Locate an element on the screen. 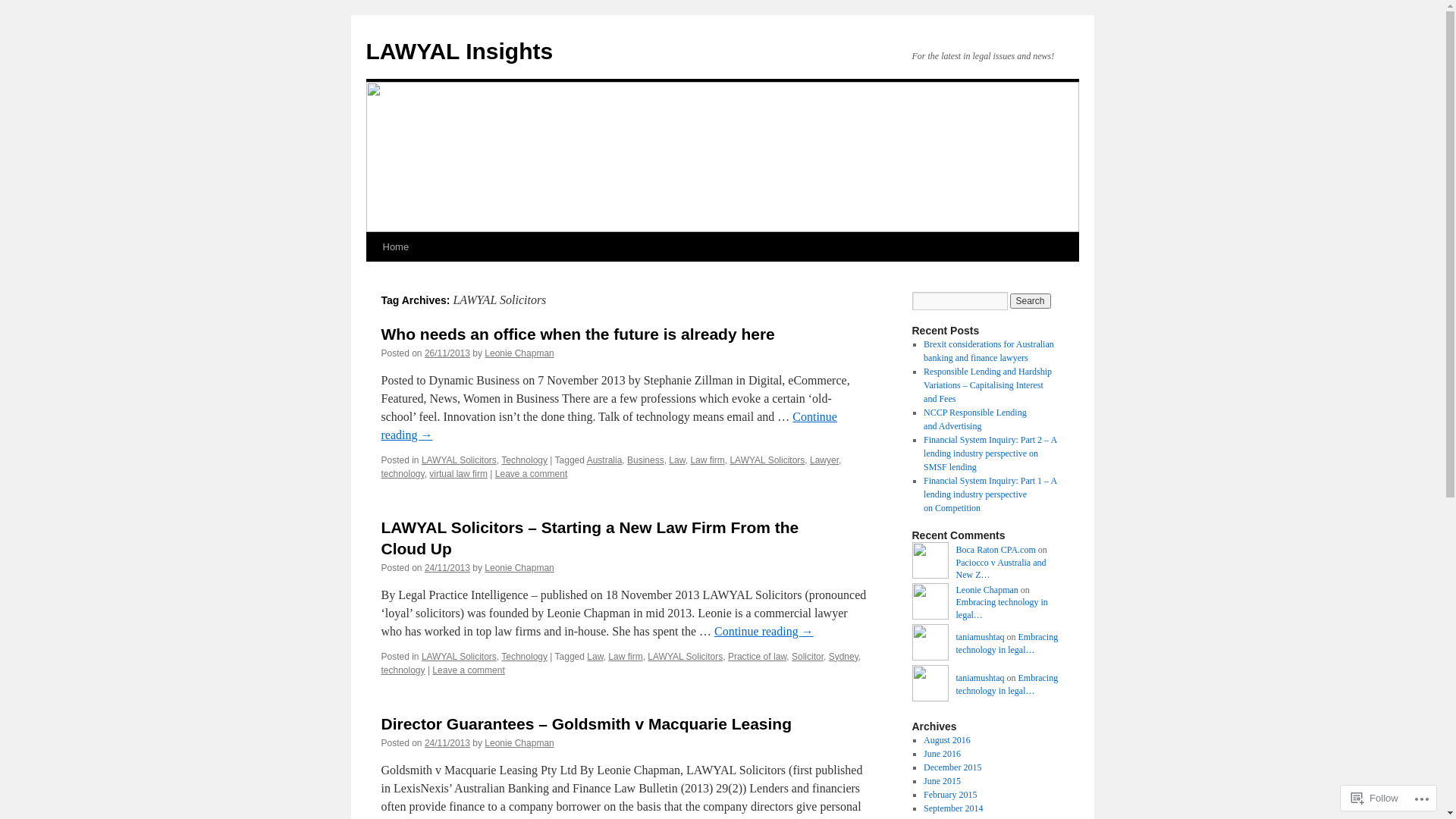 This screenshot has height=819, width=1456. 'Sydney' is located at coordinates (843, 656).